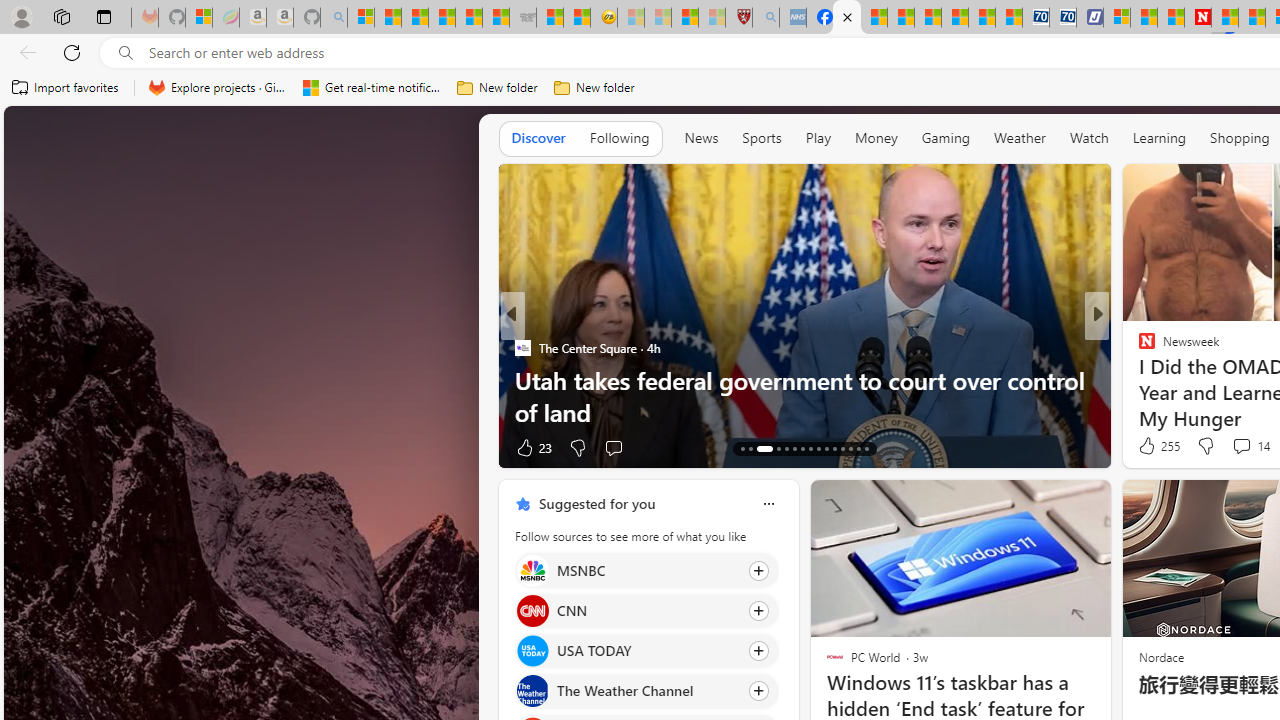 Image resolution: width=1280 pixels, height=720 pixels. What do you see at coordinates (1243, 446) in the screenshot?
I see `'View comments 24 Comment'` at bounding box center [1243, 446].